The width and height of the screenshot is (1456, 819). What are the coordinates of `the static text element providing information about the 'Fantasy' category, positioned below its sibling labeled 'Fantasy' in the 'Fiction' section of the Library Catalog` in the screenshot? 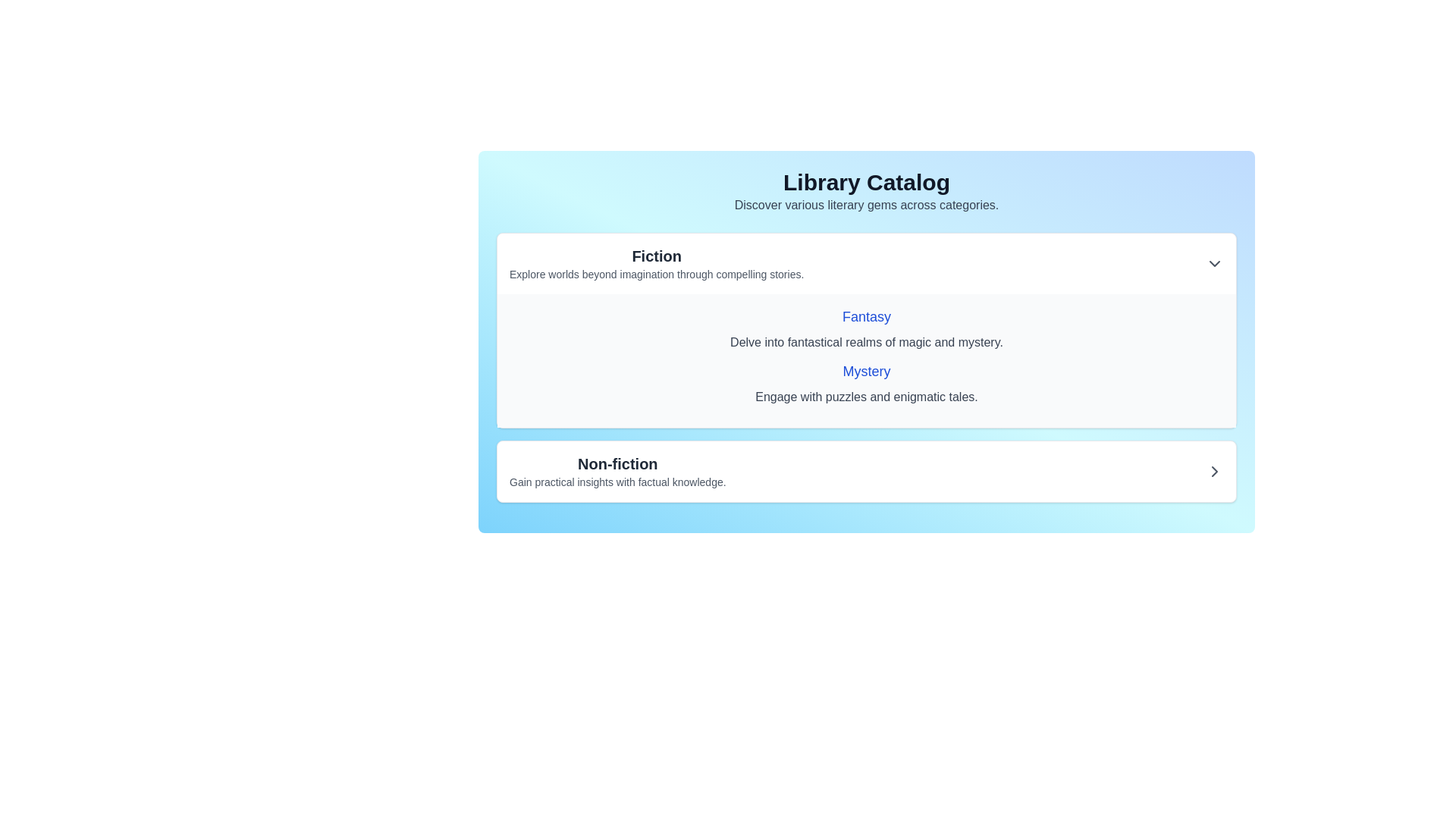 It's located at (866, 342).